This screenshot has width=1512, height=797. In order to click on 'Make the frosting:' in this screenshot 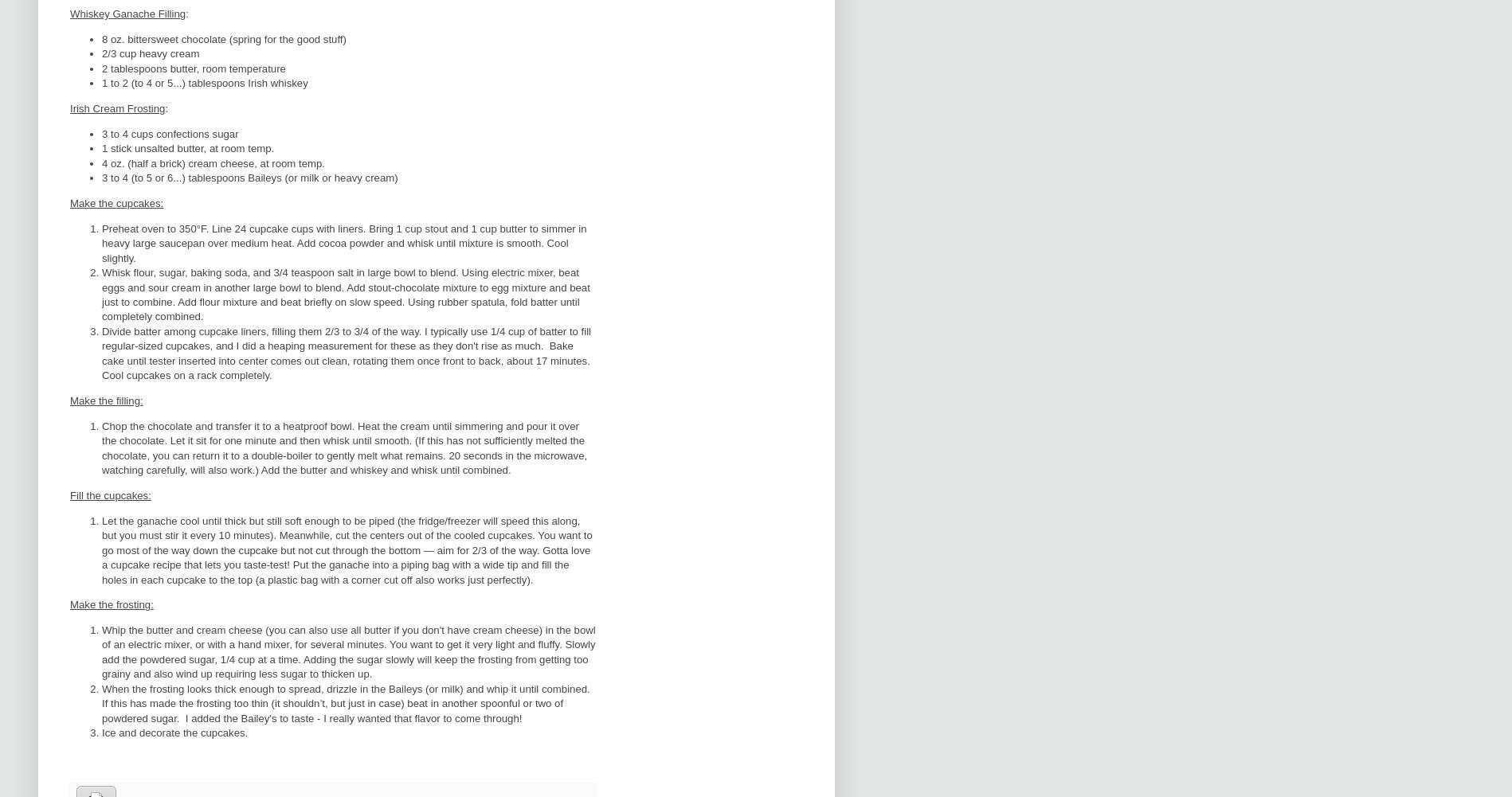, I will do `click(112, 604)`.